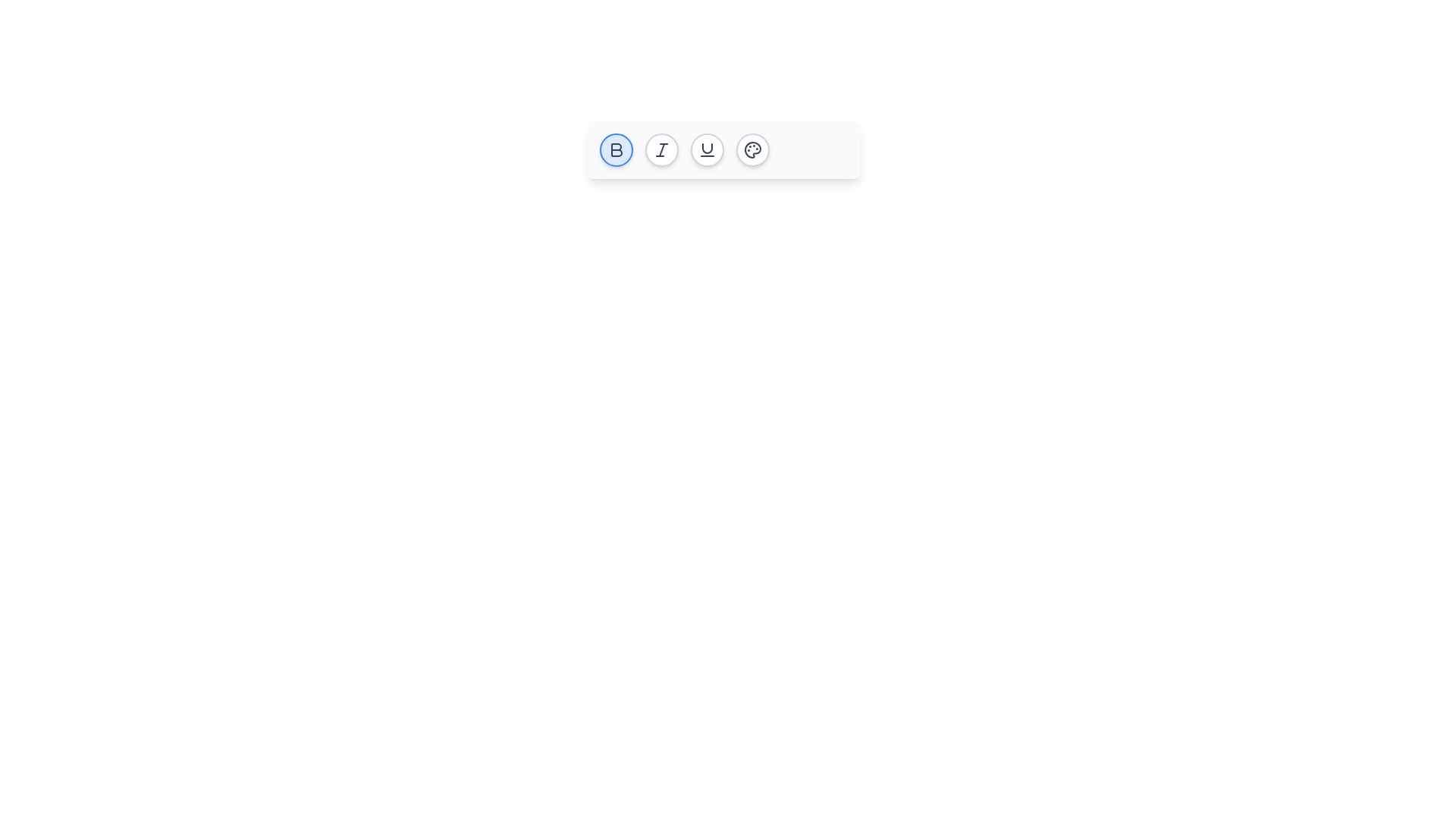  Describe the element at coordinates (723, 149) in the screenshot. I see `the underline icon (U) on the formatting toolbar` at that location.